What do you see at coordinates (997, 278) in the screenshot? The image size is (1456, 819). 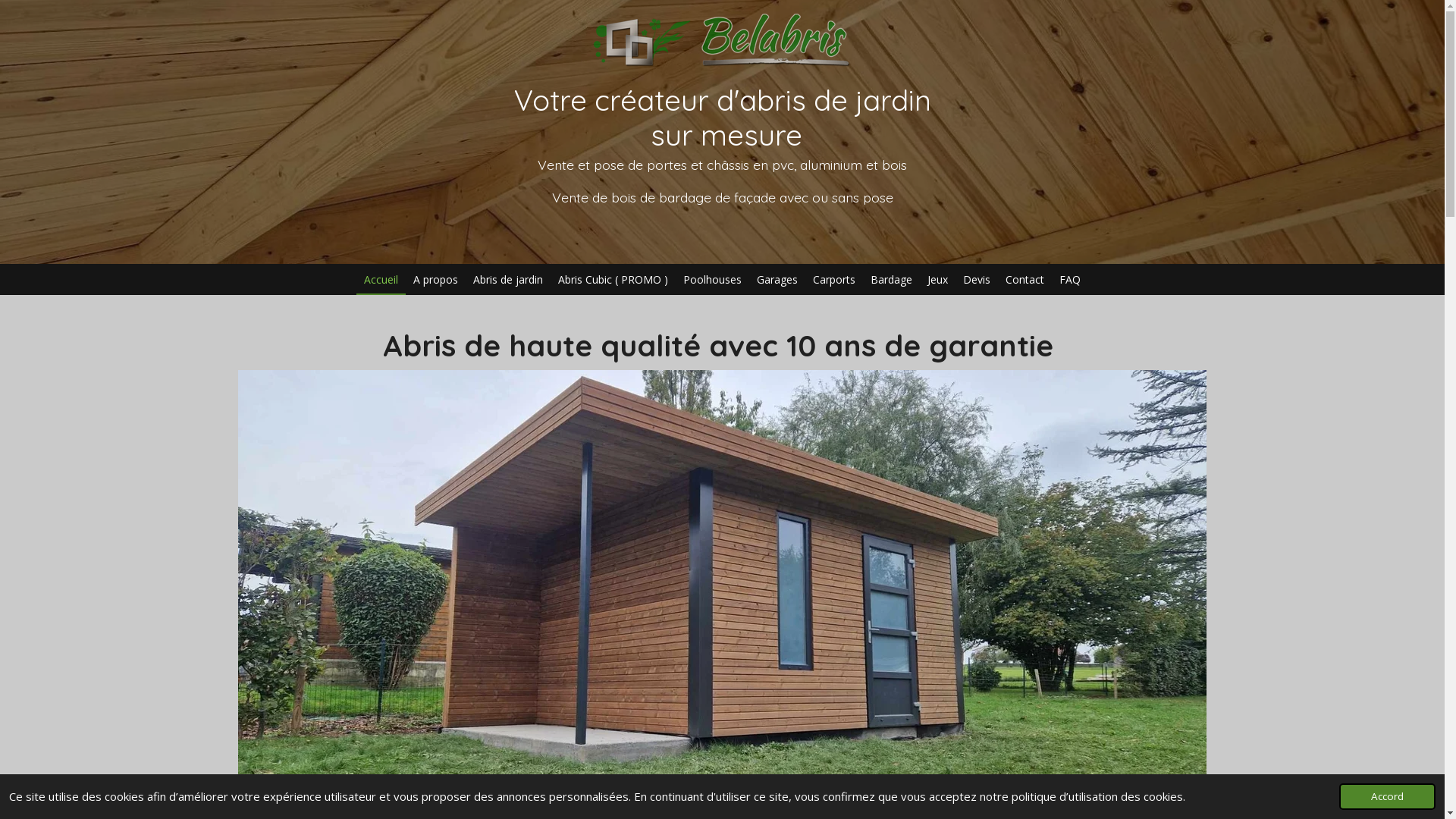 I see `'Contact'` at bounding box center [997, 278].